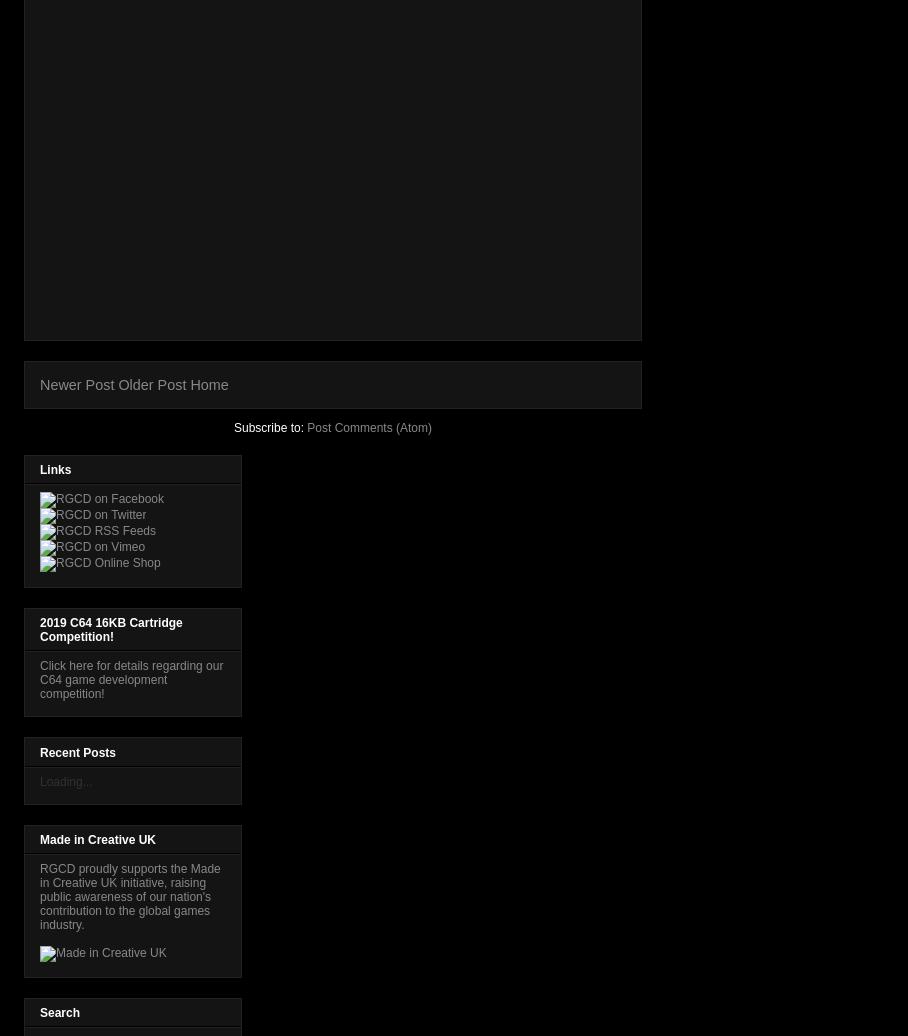 The image size is (908, 1036). What do you see at coordinates (76, 752) in the screenshot?
I see `'Recent Posts'` at bounding box center [76, 752].